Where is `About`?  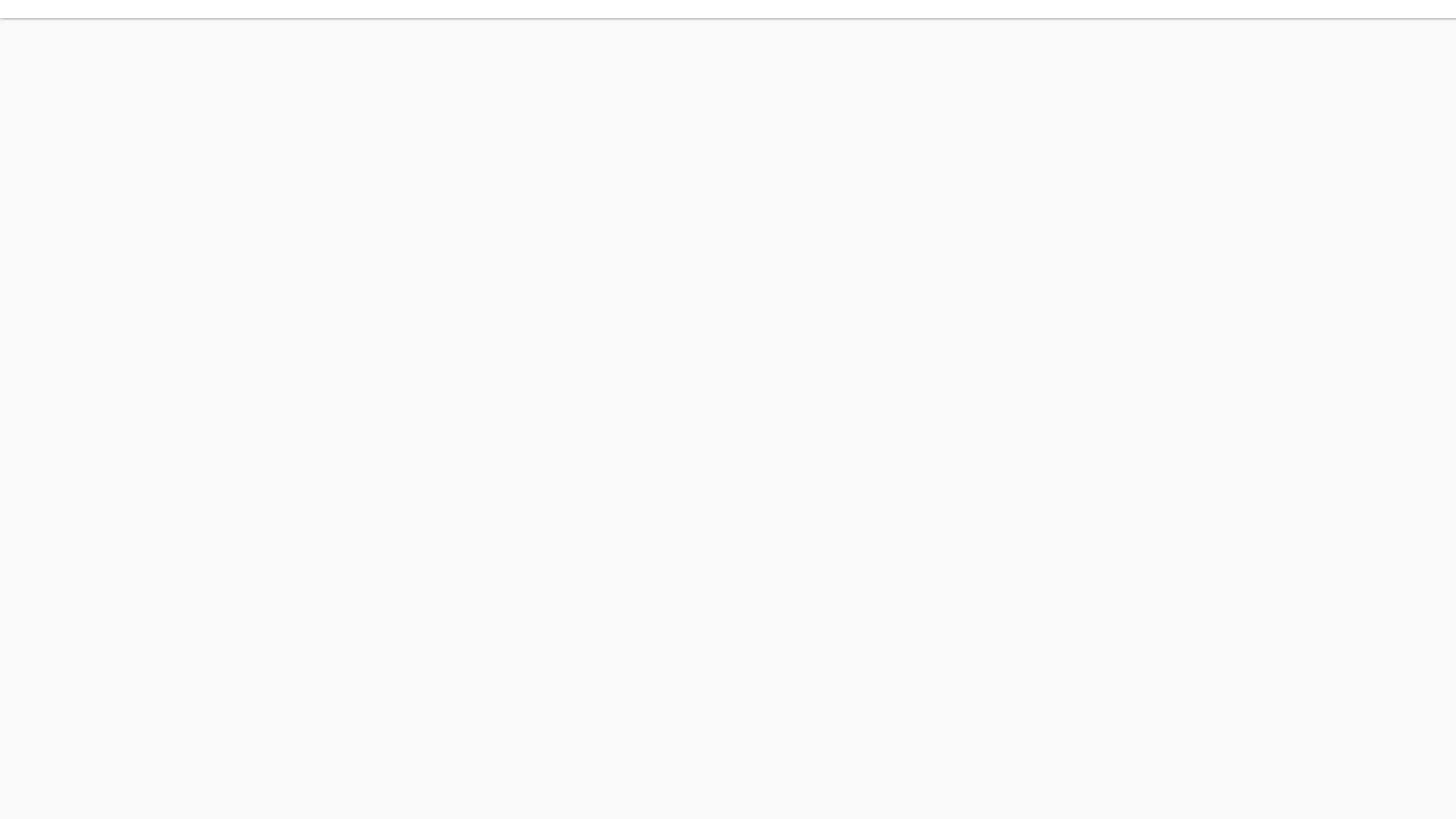 About is located at coordinates (673, 284).